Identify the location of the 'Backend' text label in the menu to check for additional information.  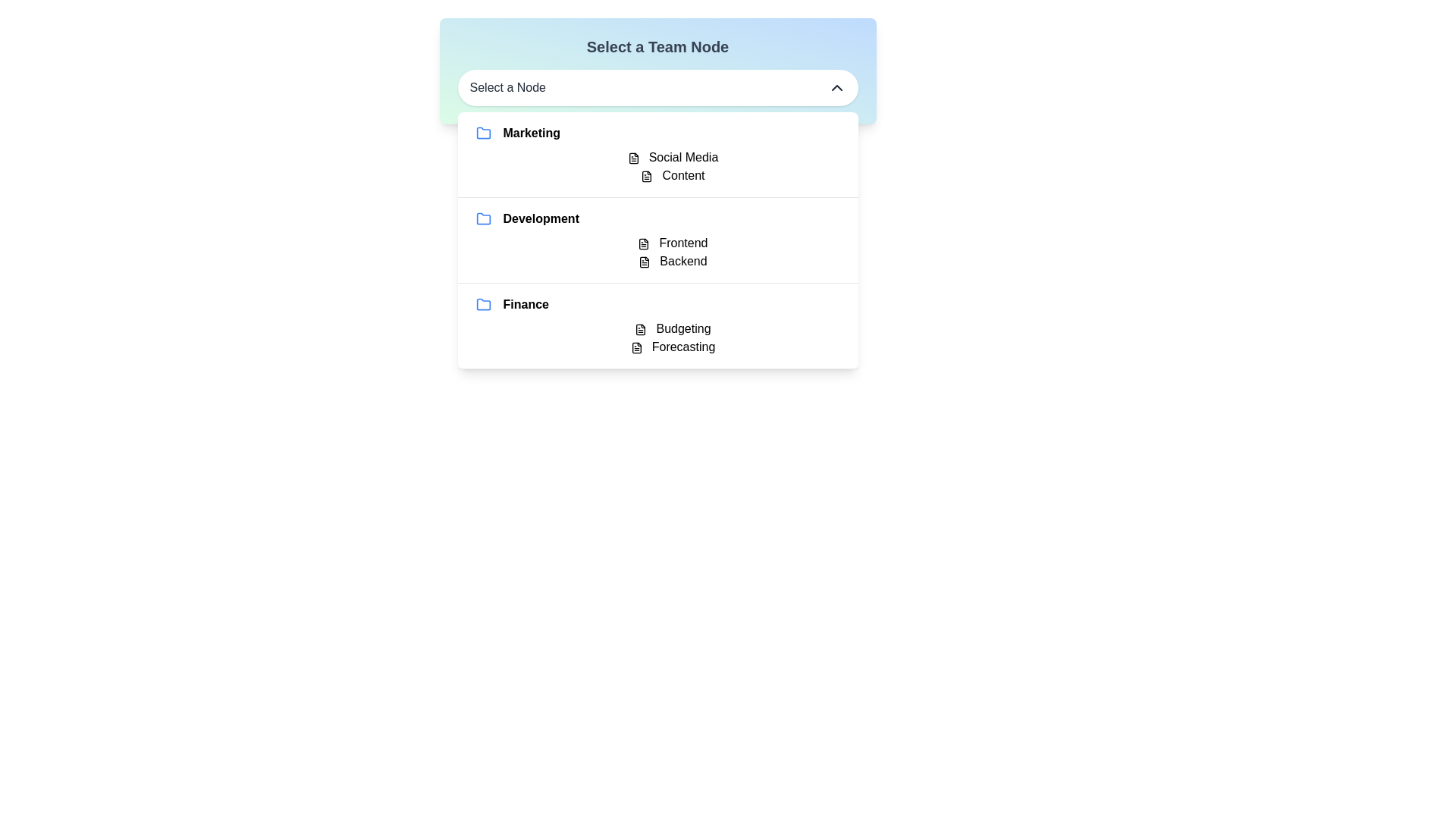
(672, 260).